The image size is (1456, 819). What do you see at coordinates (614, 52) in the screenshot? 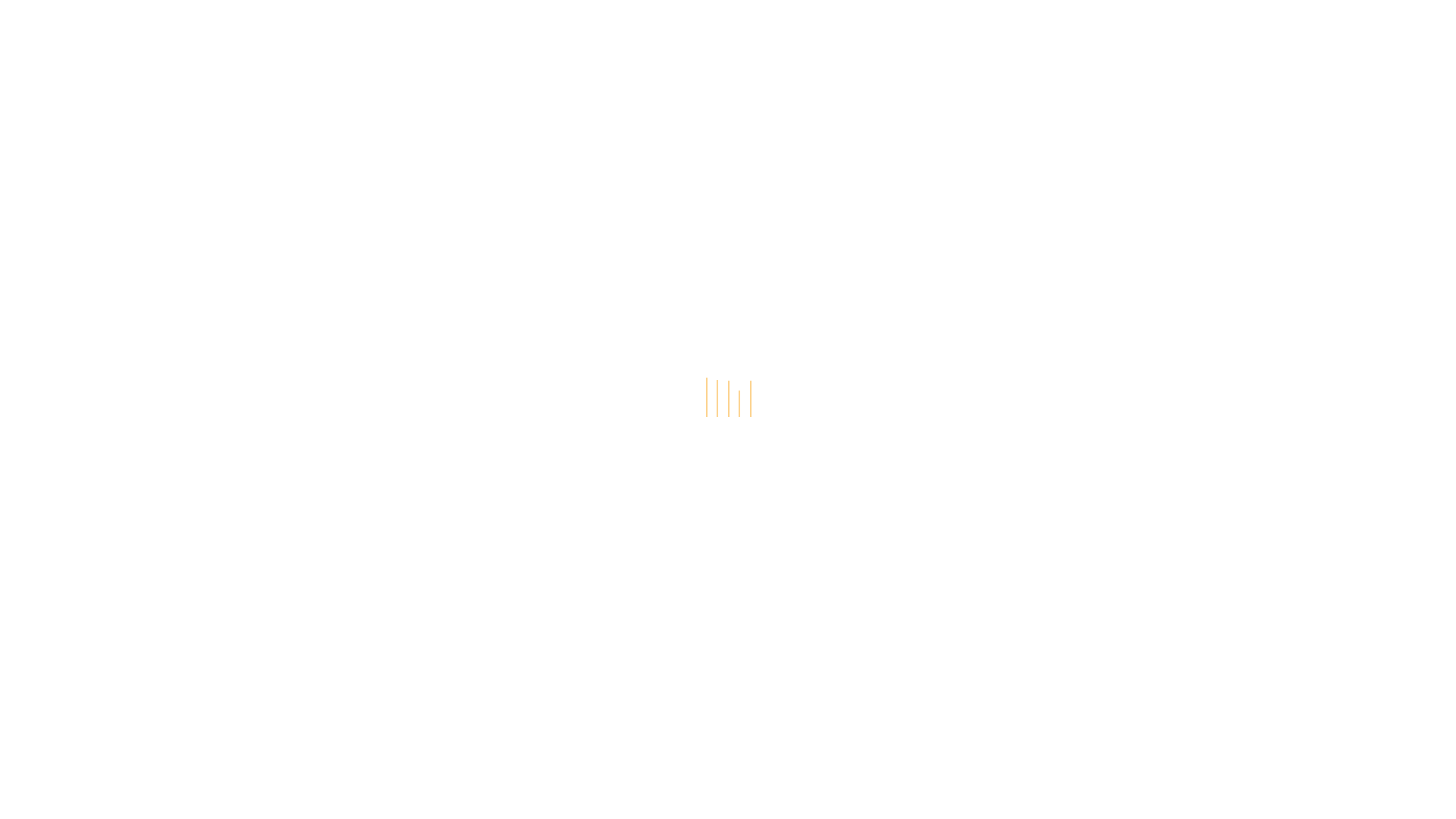
I see `'NEWS/MEDIA'` at bounding box center [614, 52].